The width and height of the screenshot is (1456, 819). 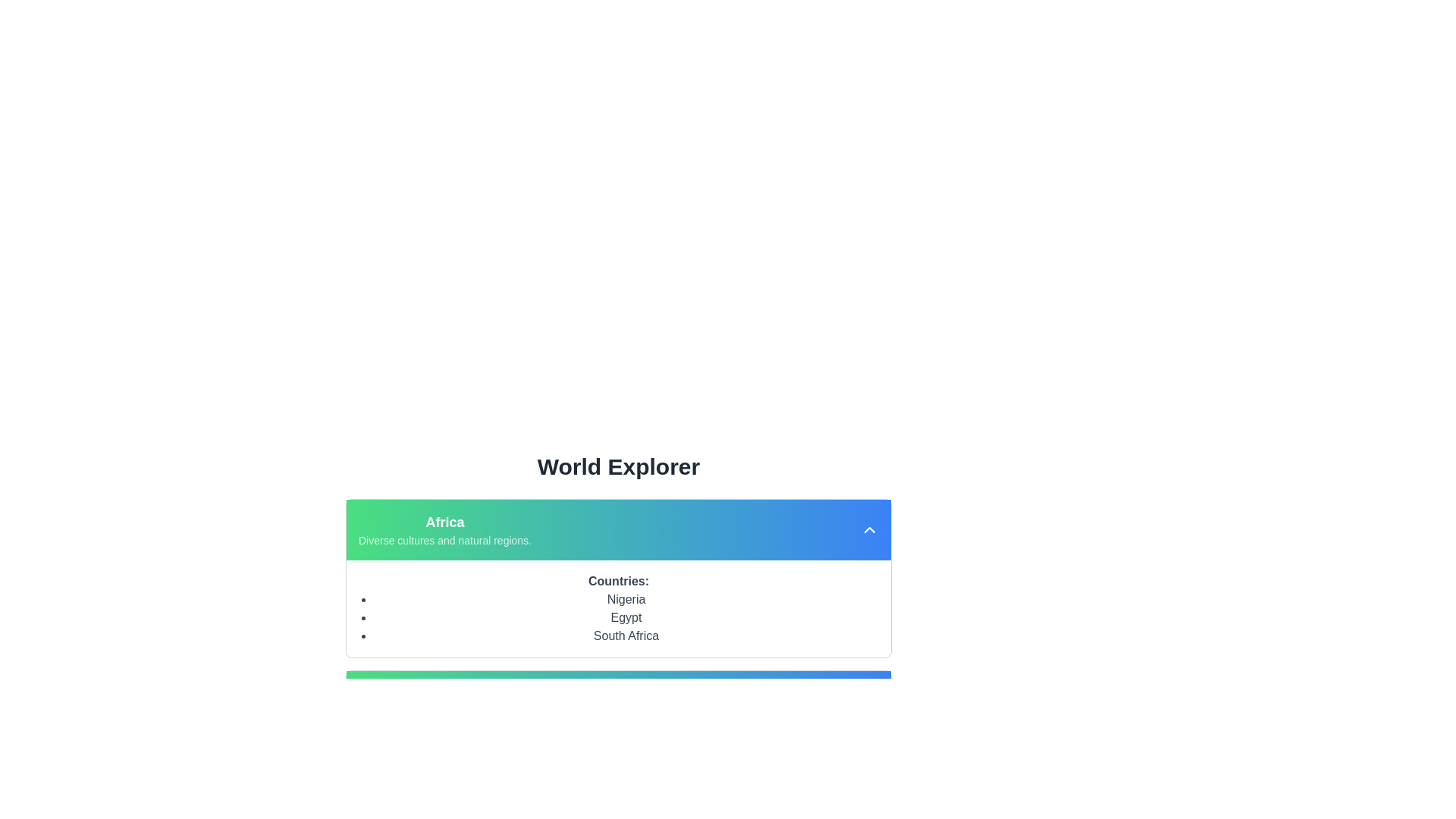 I want to click on the Informational Card about Africa, so click(x=619, y=651).